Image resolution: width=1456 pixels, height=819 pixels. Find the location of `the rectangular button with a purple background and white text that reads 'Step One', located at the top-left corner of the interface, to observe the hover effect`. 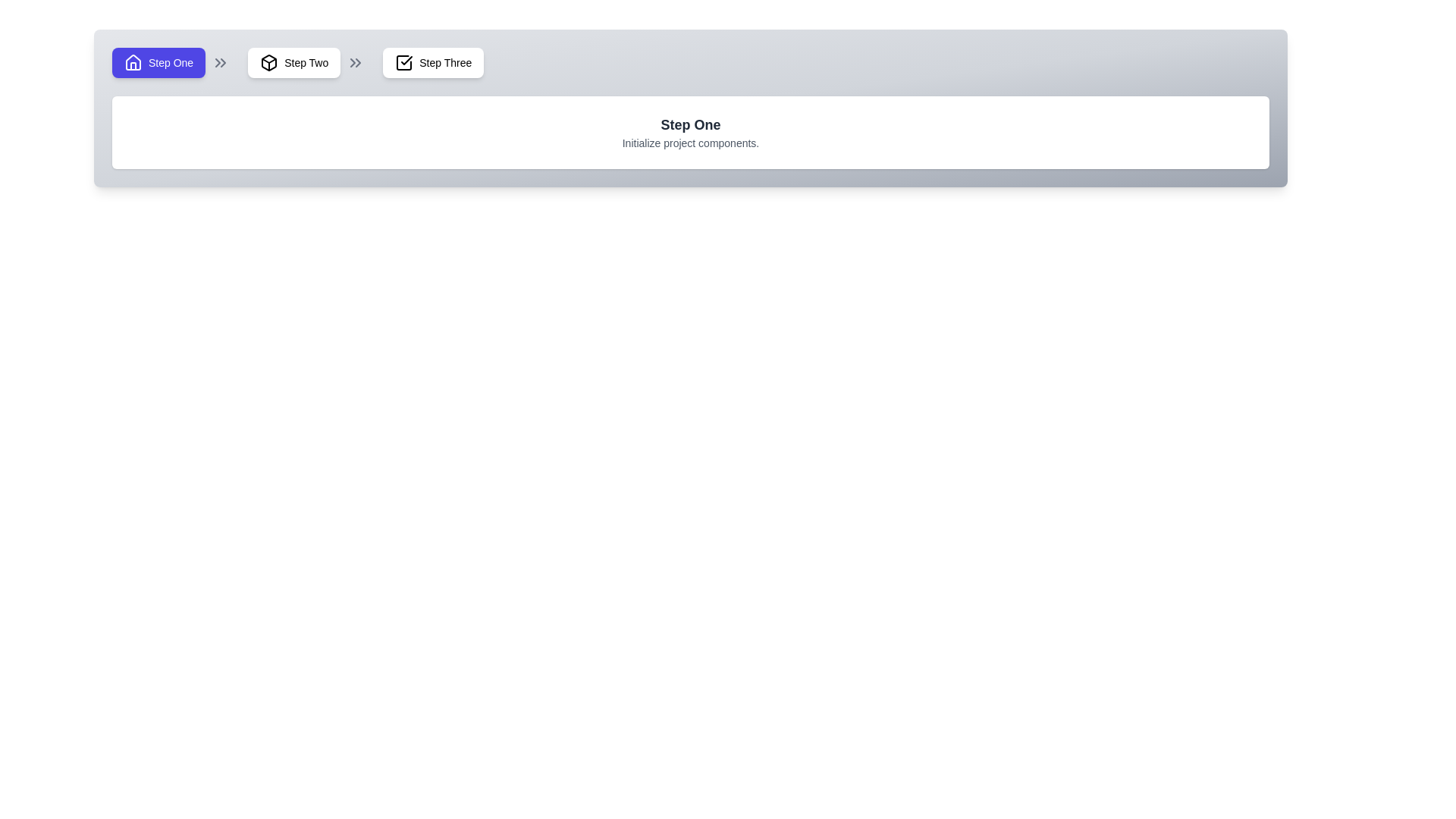

the rectangular button with a purple background and white text that reads 'Step One', located at the top-left corner of the interface, to observe the hover effect is located at coordinates (158, 62).